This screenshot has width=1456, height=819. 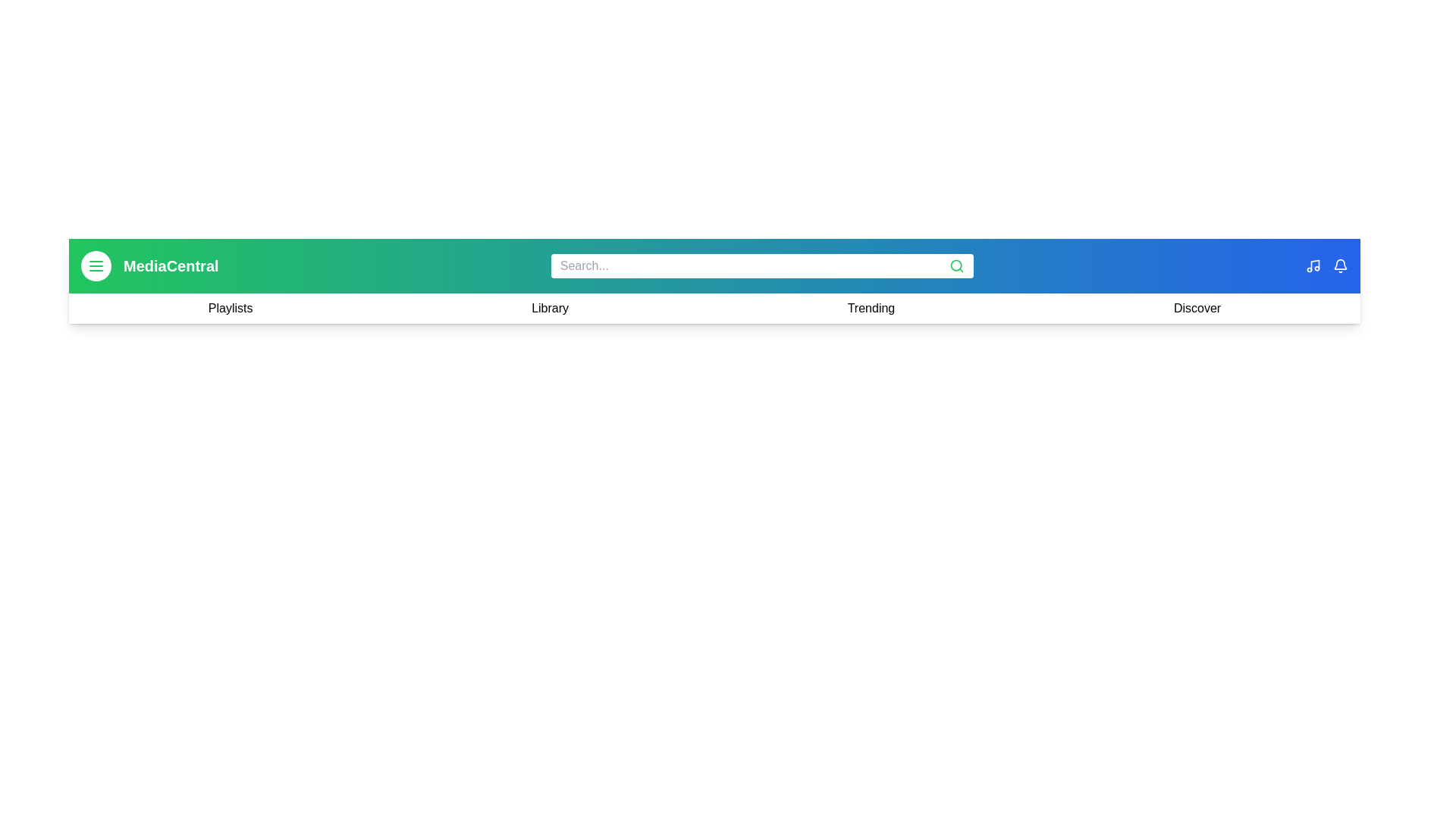 I want to click on the Music icon in the MultimediaAppBar, so click(x=1313, y=265).